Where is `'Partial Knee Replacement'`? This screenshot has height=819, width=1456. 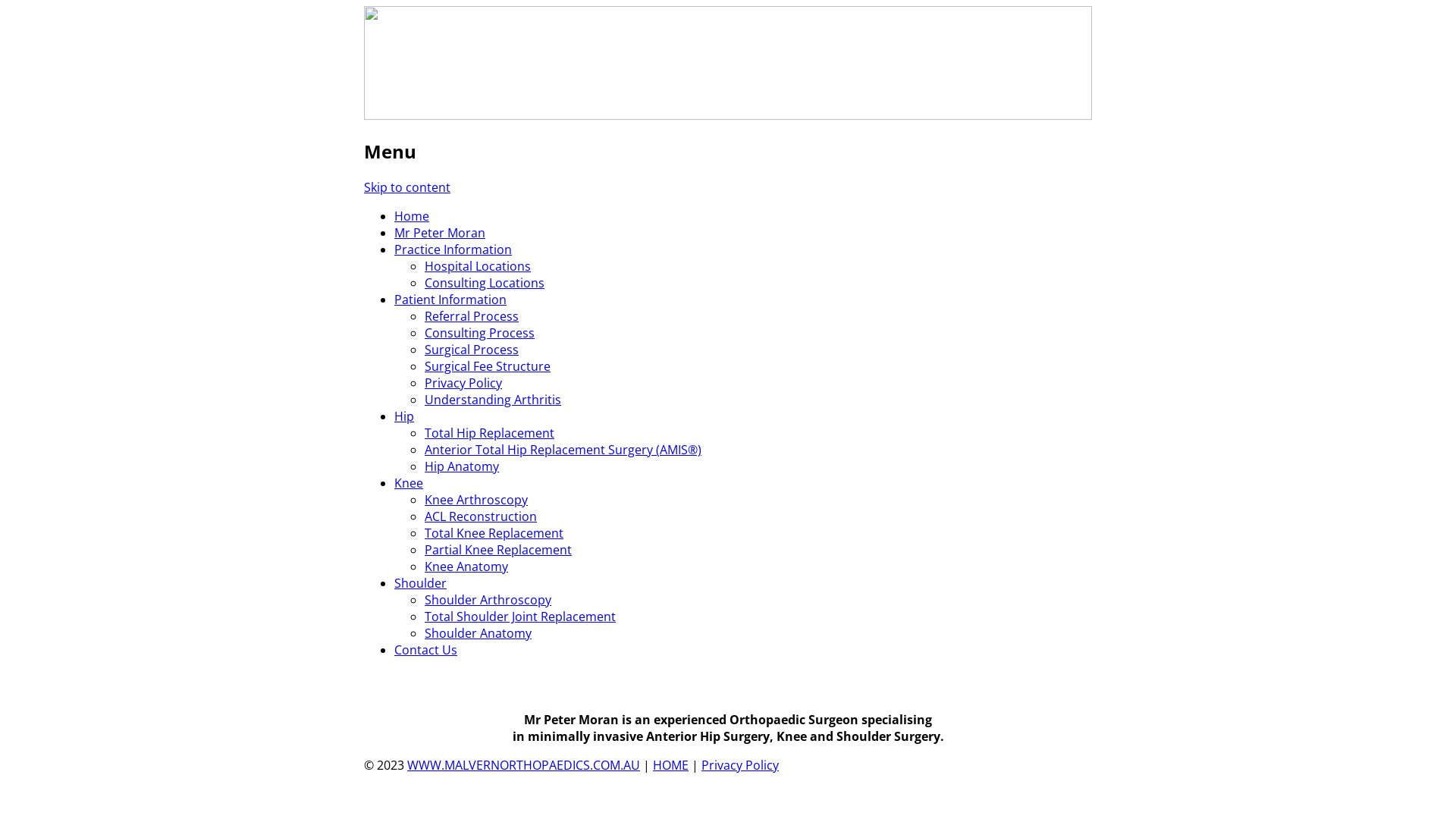
'Partial Knee Replacement' is located at coordinates (498, 550).